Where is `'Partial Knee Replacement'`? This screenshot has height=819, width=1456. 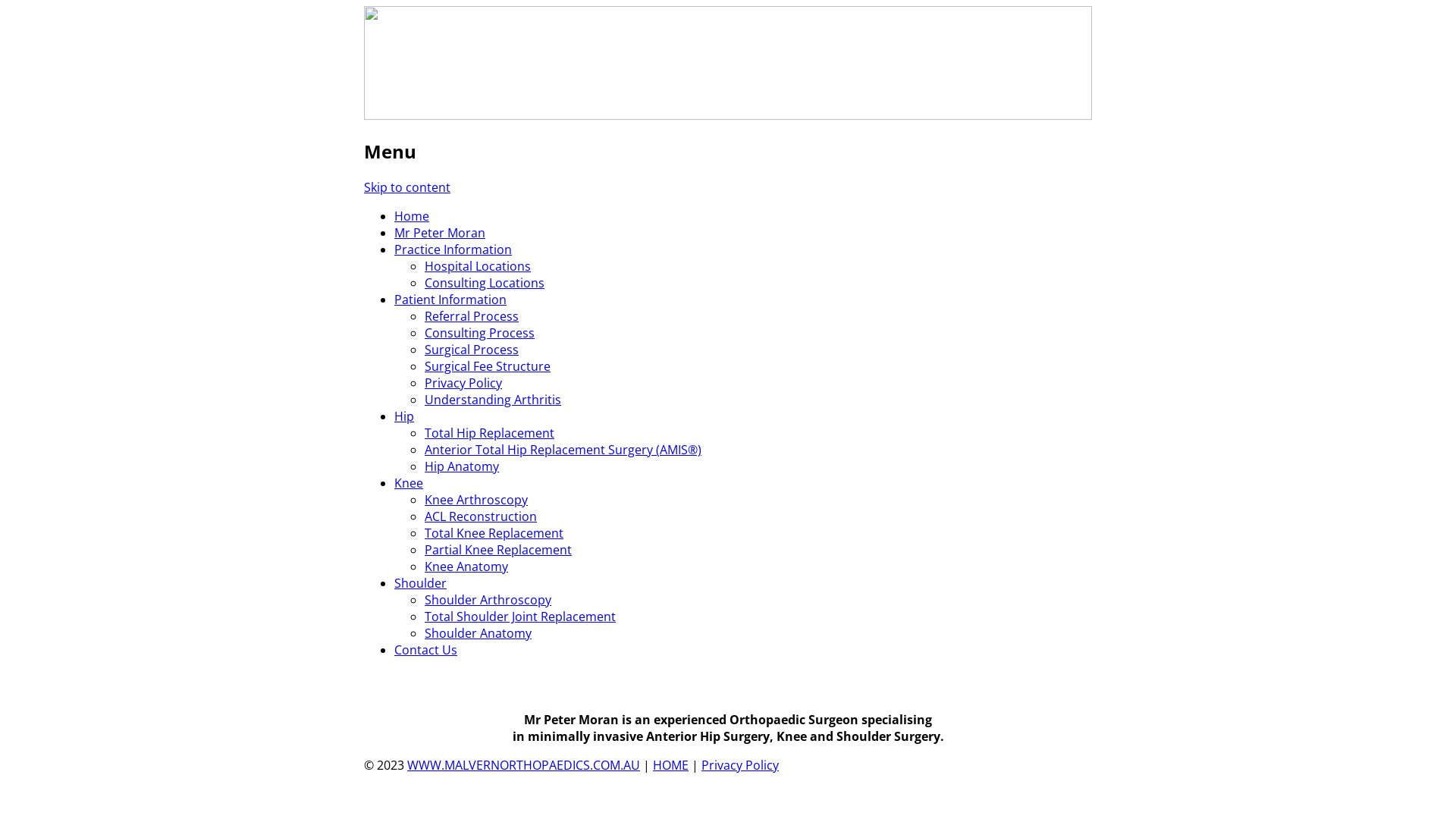
'Partial Knee Replacement' is located at coordinates (498, 550).